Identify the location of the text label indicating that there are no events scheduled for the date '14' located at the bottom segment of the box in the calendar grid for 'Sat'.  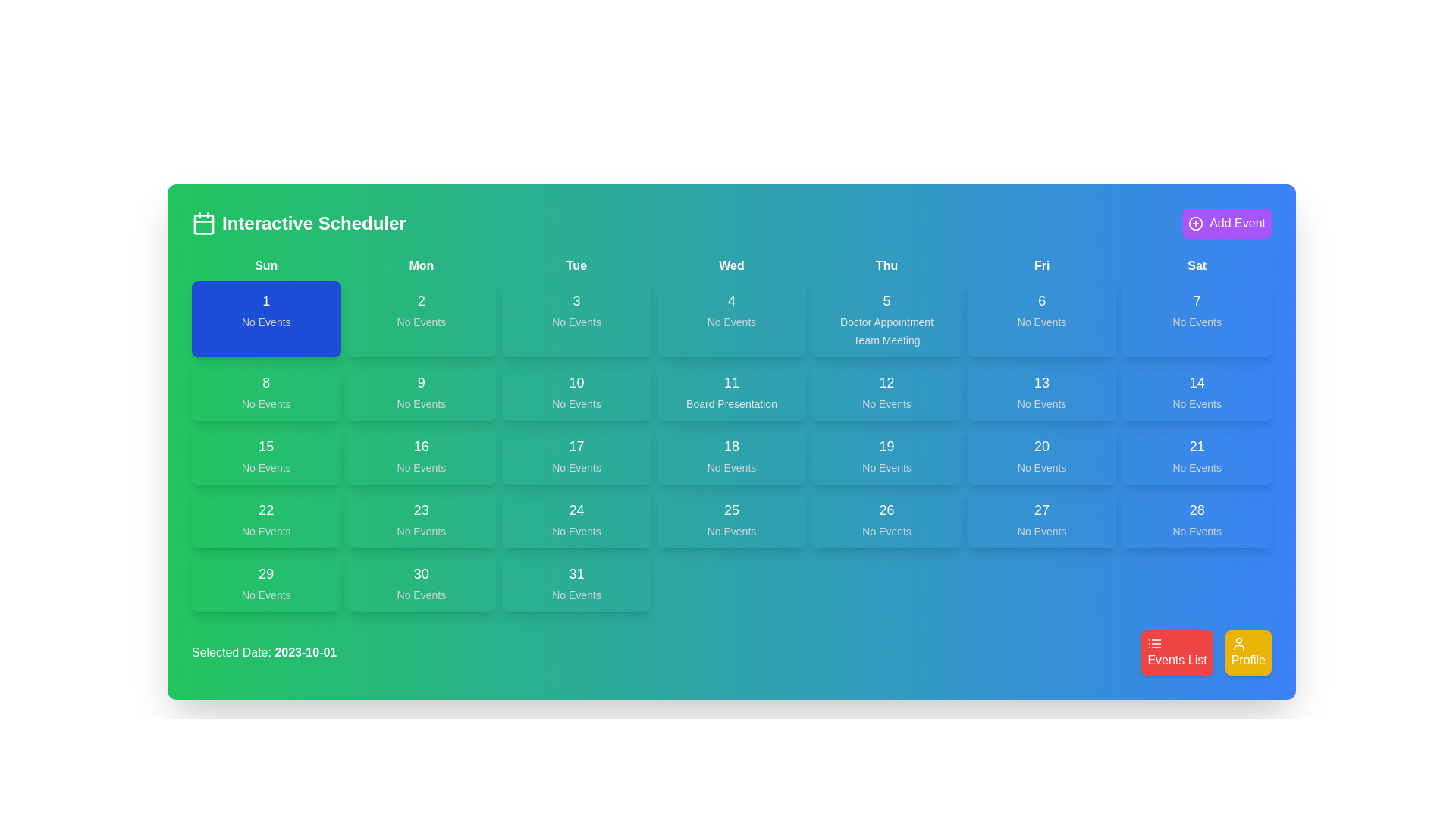
(1196, 403).